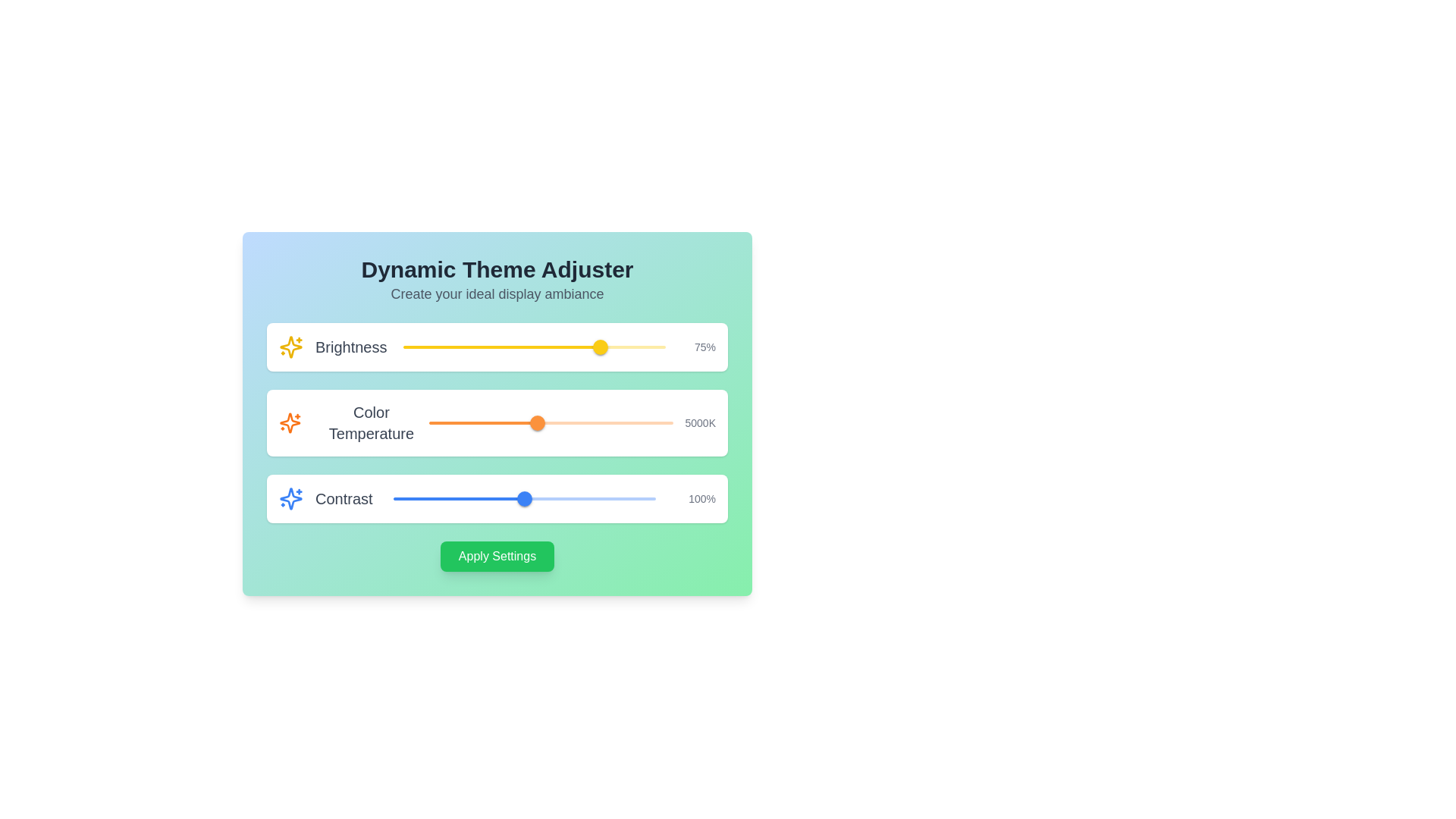 This screenshot has height=819, width=1456. I want to click on the contrast level, so click(626, 499).